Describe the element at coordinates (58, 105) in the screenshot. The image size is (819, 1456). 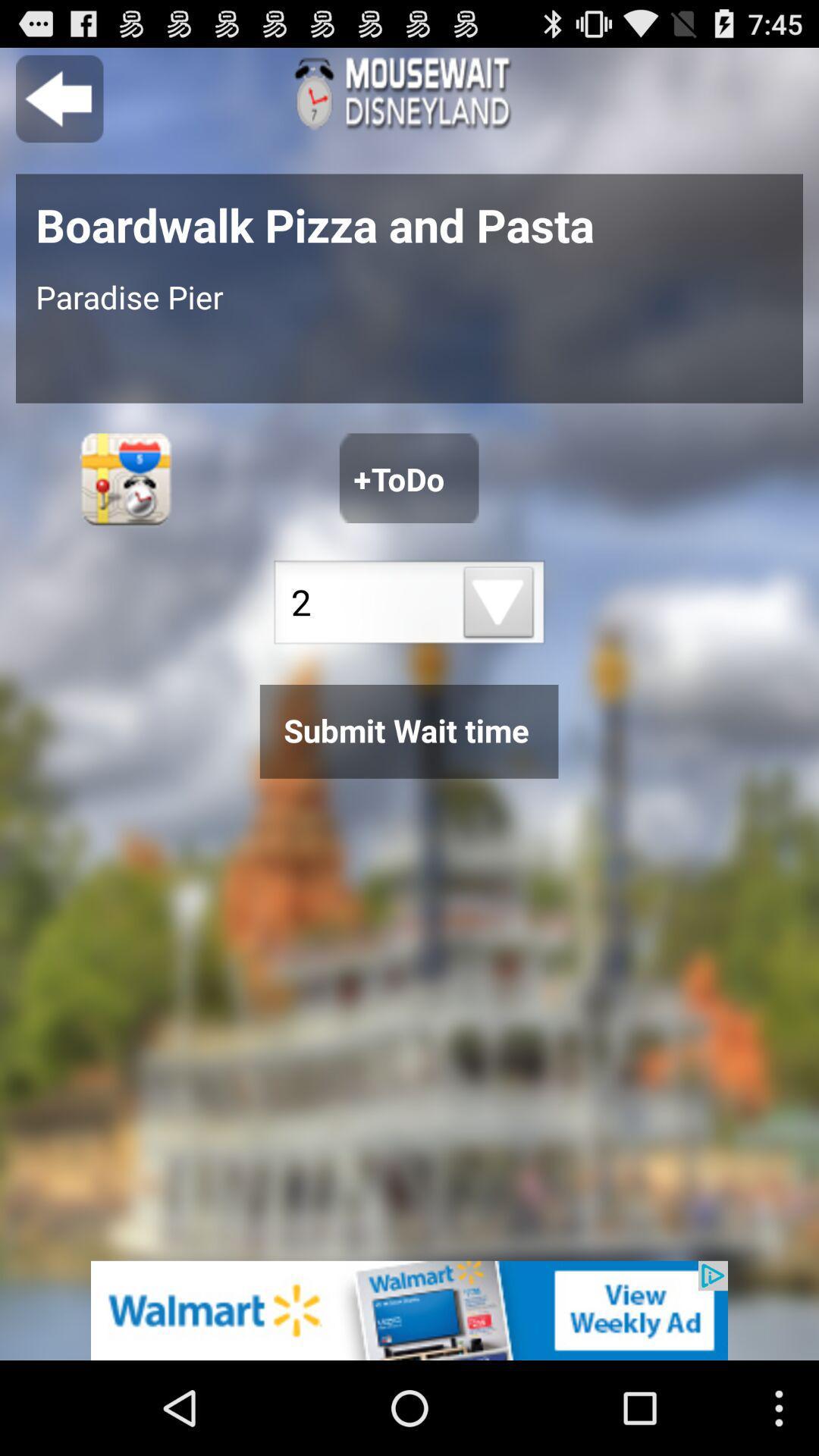
I see `the arrow_backward icon` at that location.